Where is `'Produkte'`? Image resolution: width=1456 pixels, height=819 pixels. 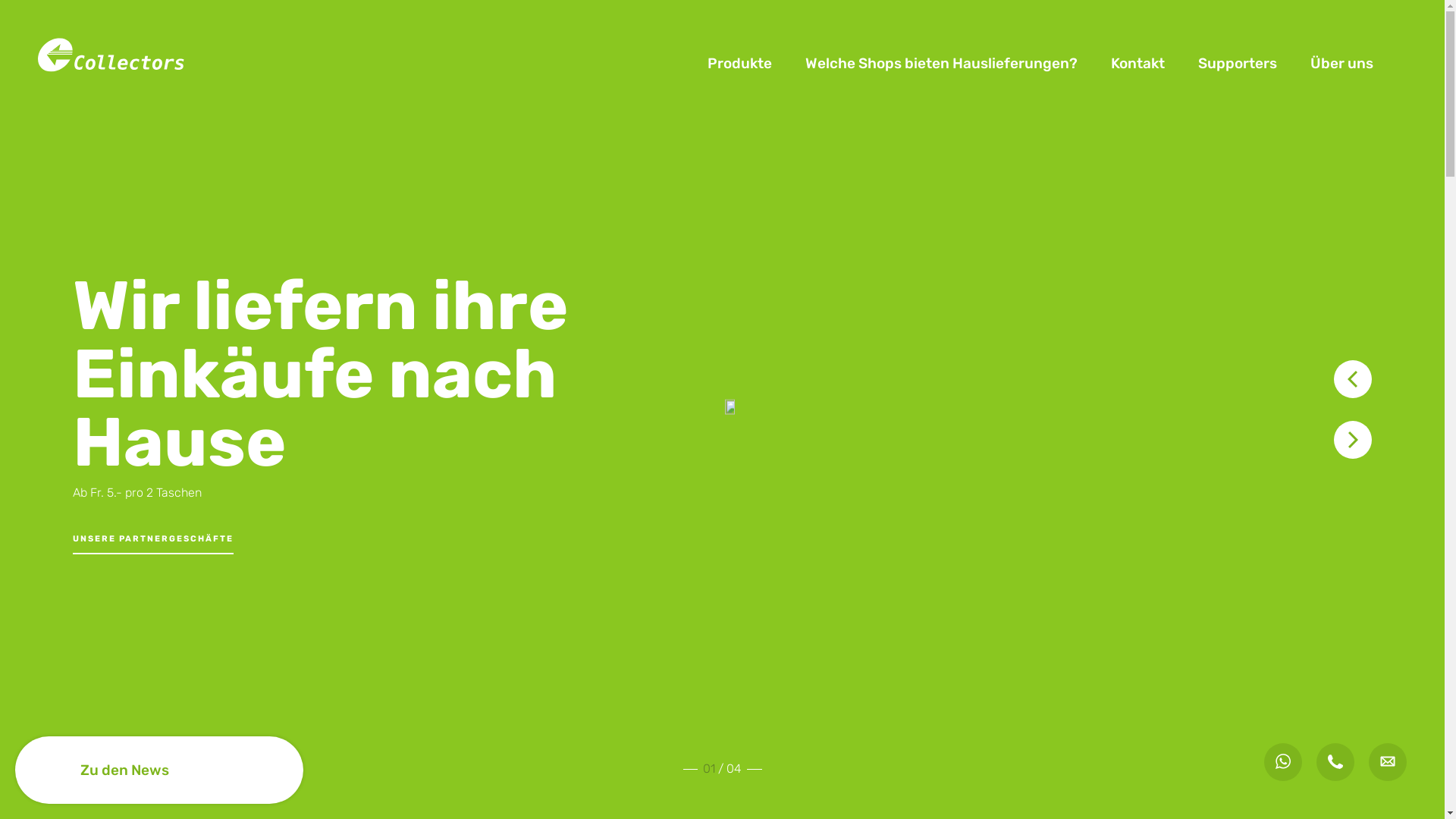
'Produkte' is located at coordinates (739, 63).